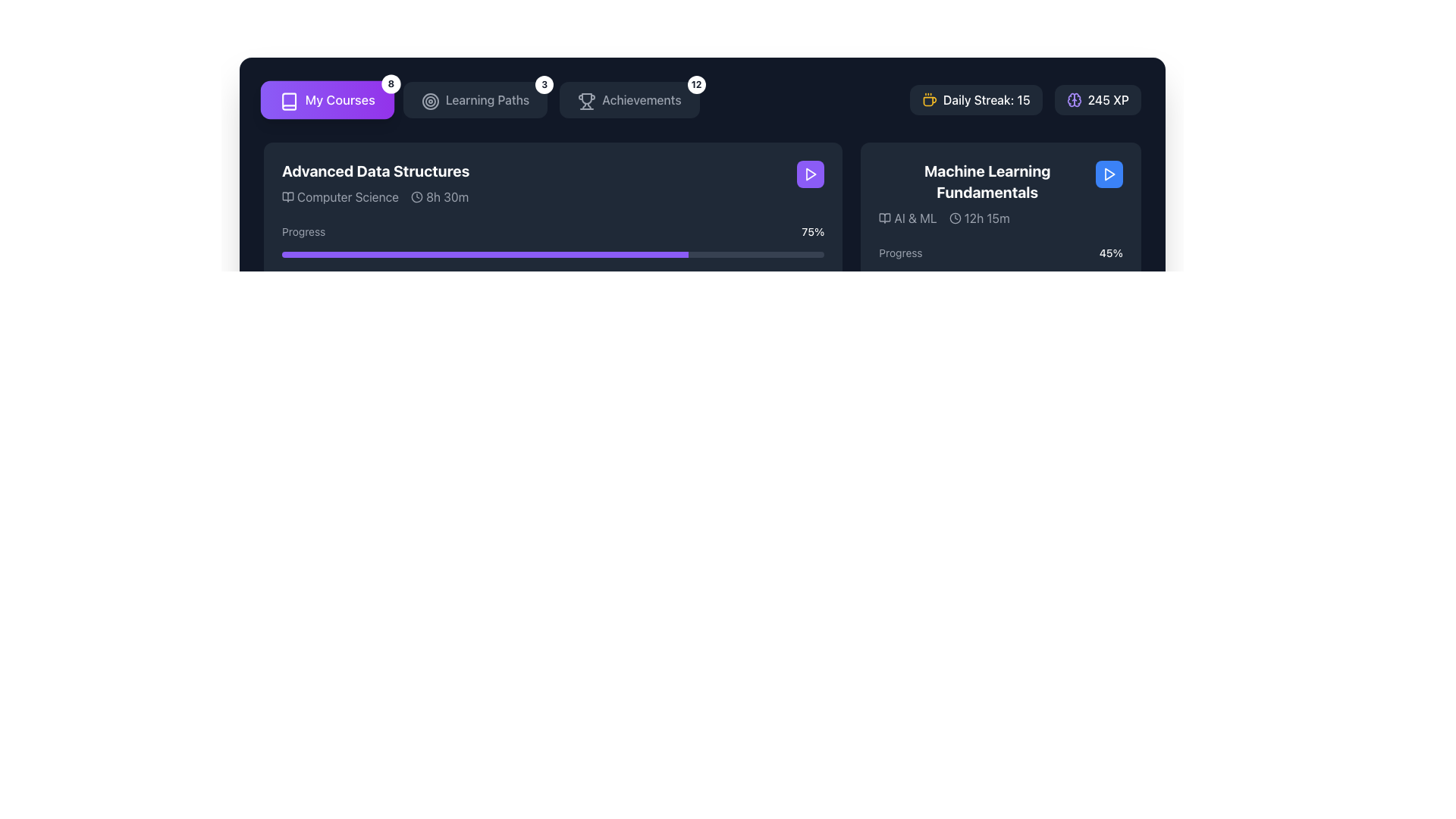 The height and width of the screenshot is (819, 1456). What do you see at coordinates (287, 196) in the screenshot?
I see `the open book icon, which is styled with a light color outline on a dark background and is located to the left of the text 'Computer Science'` at bounding box center [287, 196].